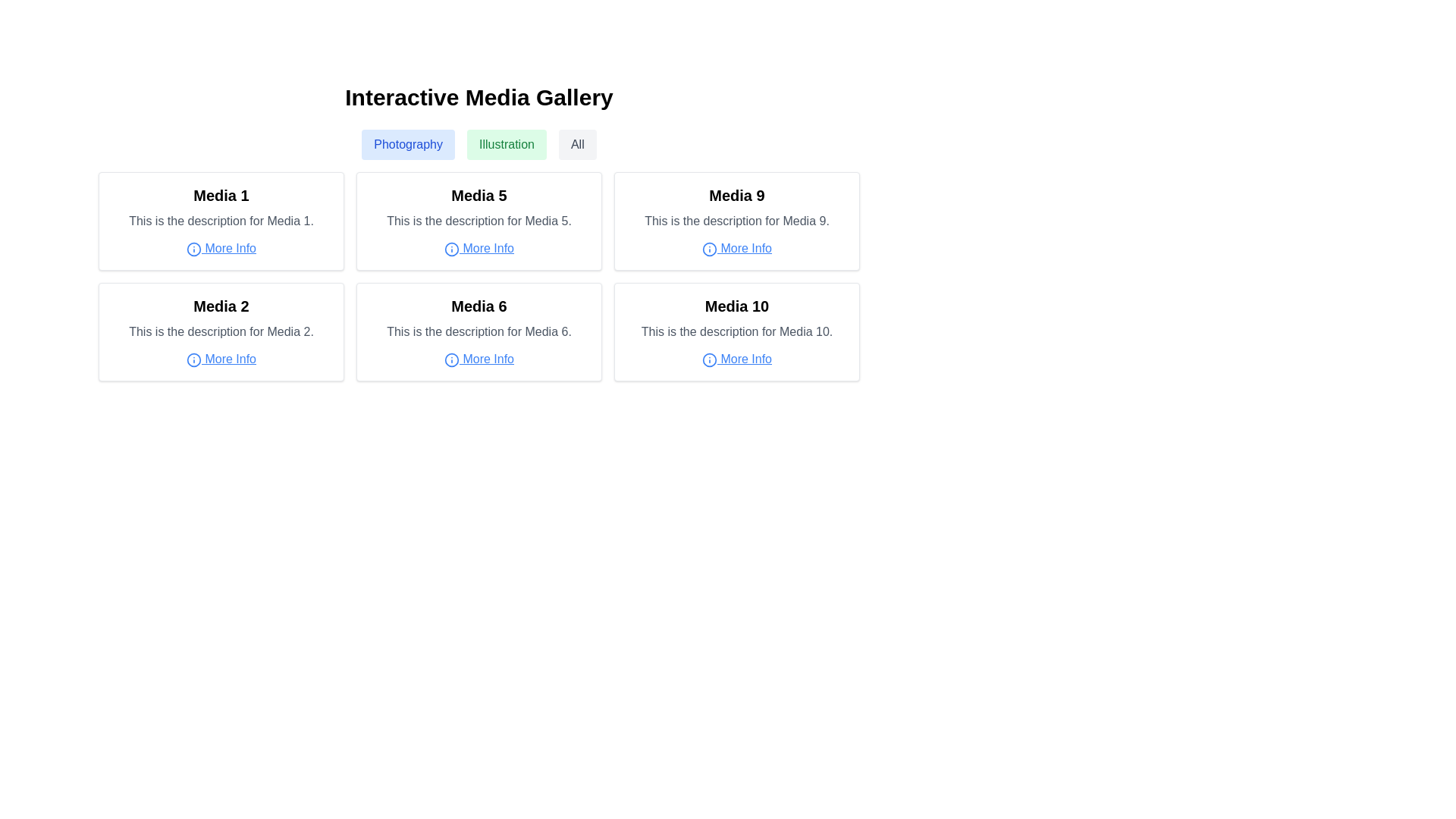  I want to click on the 'Illustration' section of the centered button group in the 'Interactive Media Gallery' to filter content, so click(479, 145).